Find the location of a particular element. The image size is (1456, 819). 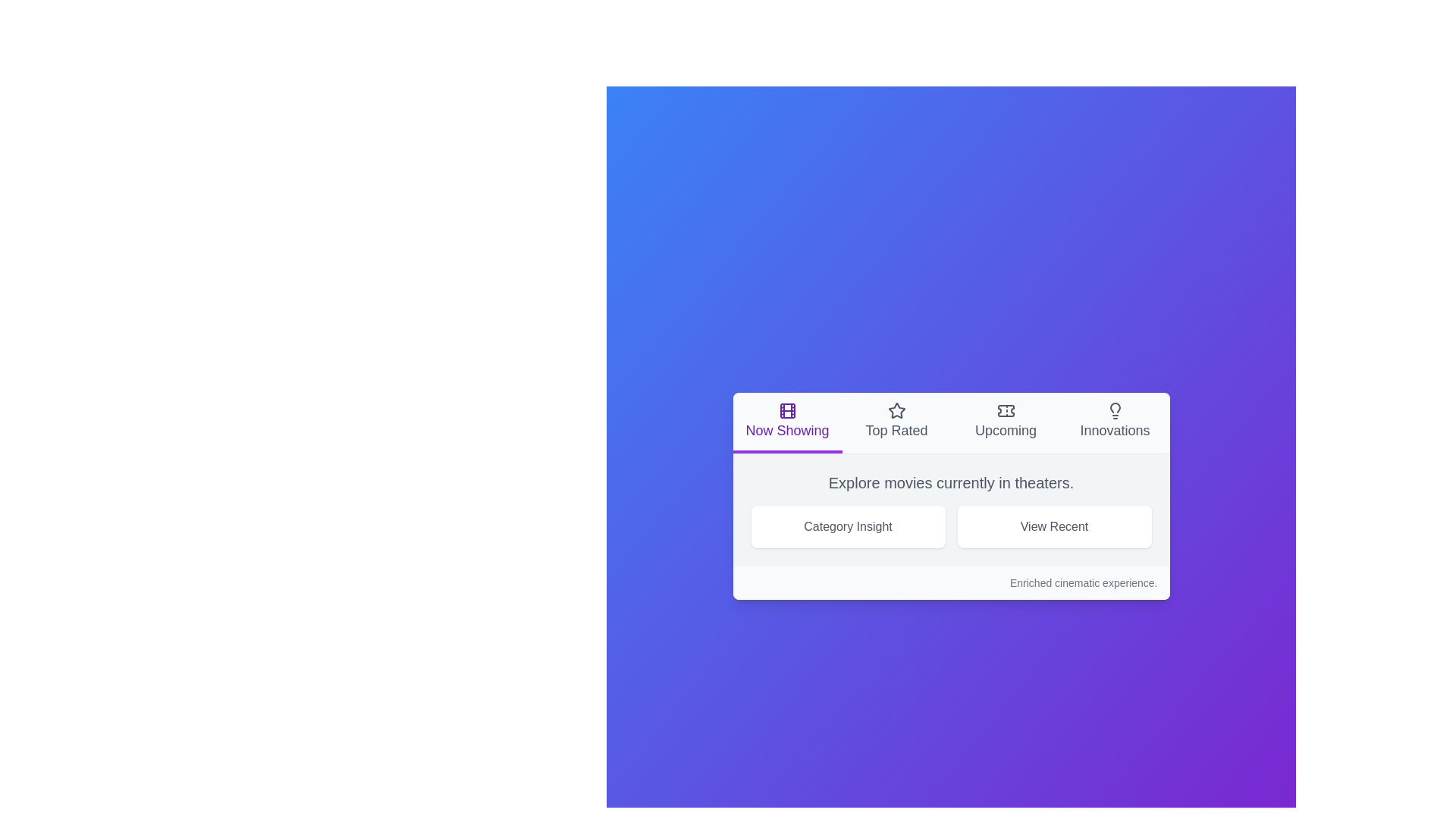

the 'Upcoming' icon in the navigation bar is located at coordinates (1006, 410).